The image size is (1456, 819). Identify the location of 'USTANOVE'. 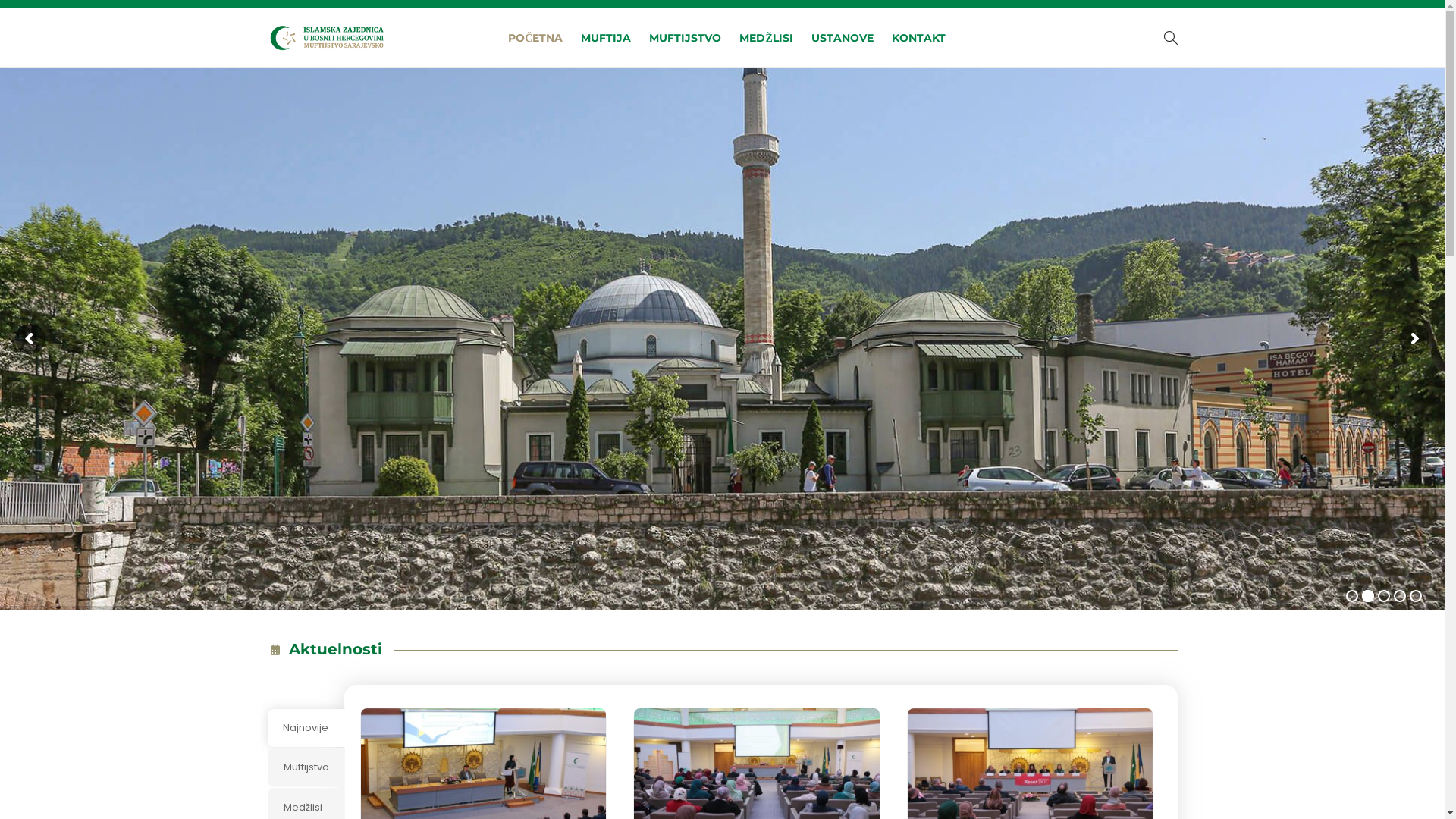
(811, 37).